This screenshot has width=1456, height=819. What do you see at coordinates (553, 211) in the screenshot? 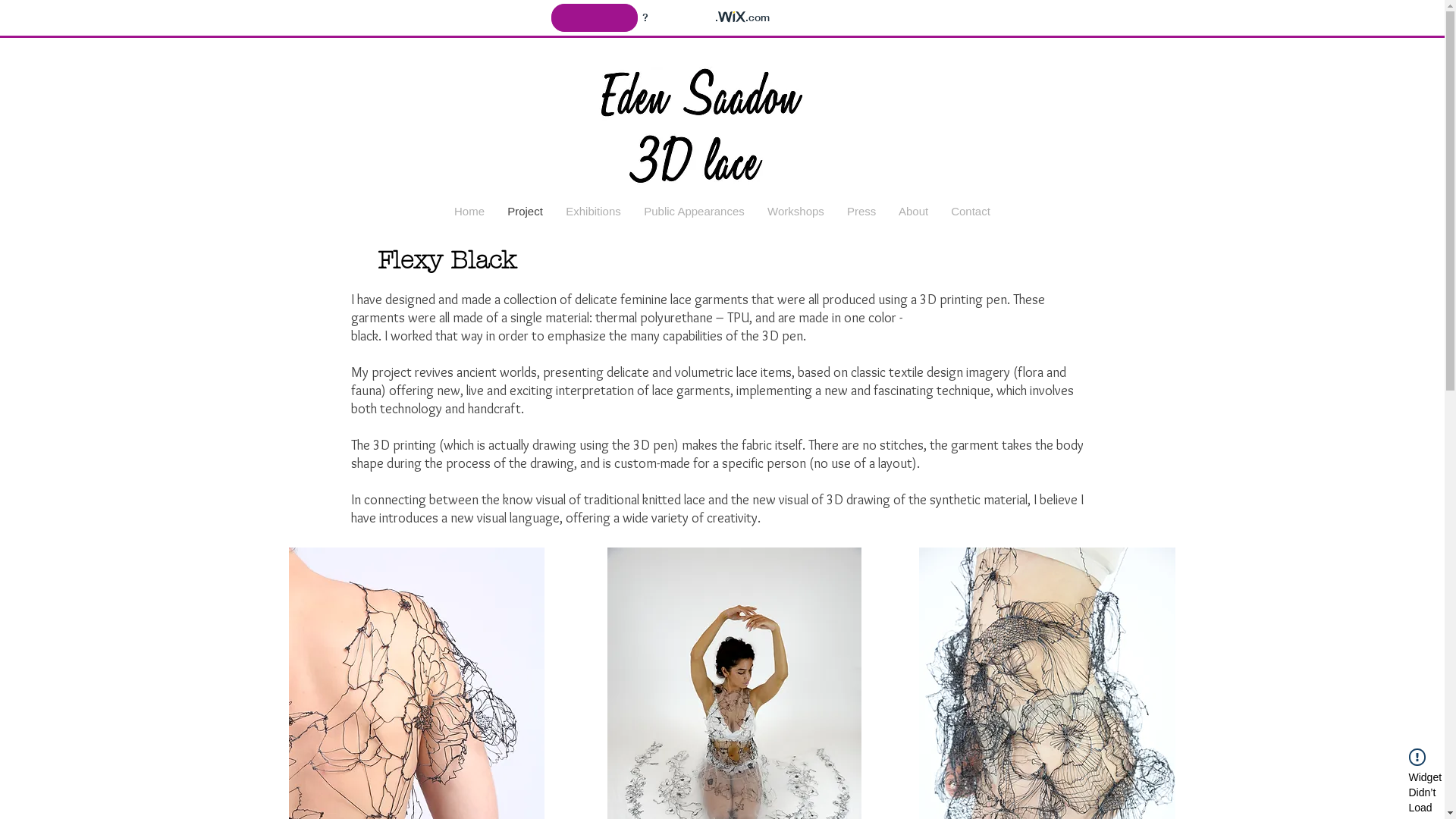
I see `'Exhibitions'` at bounding box center [553, 211].